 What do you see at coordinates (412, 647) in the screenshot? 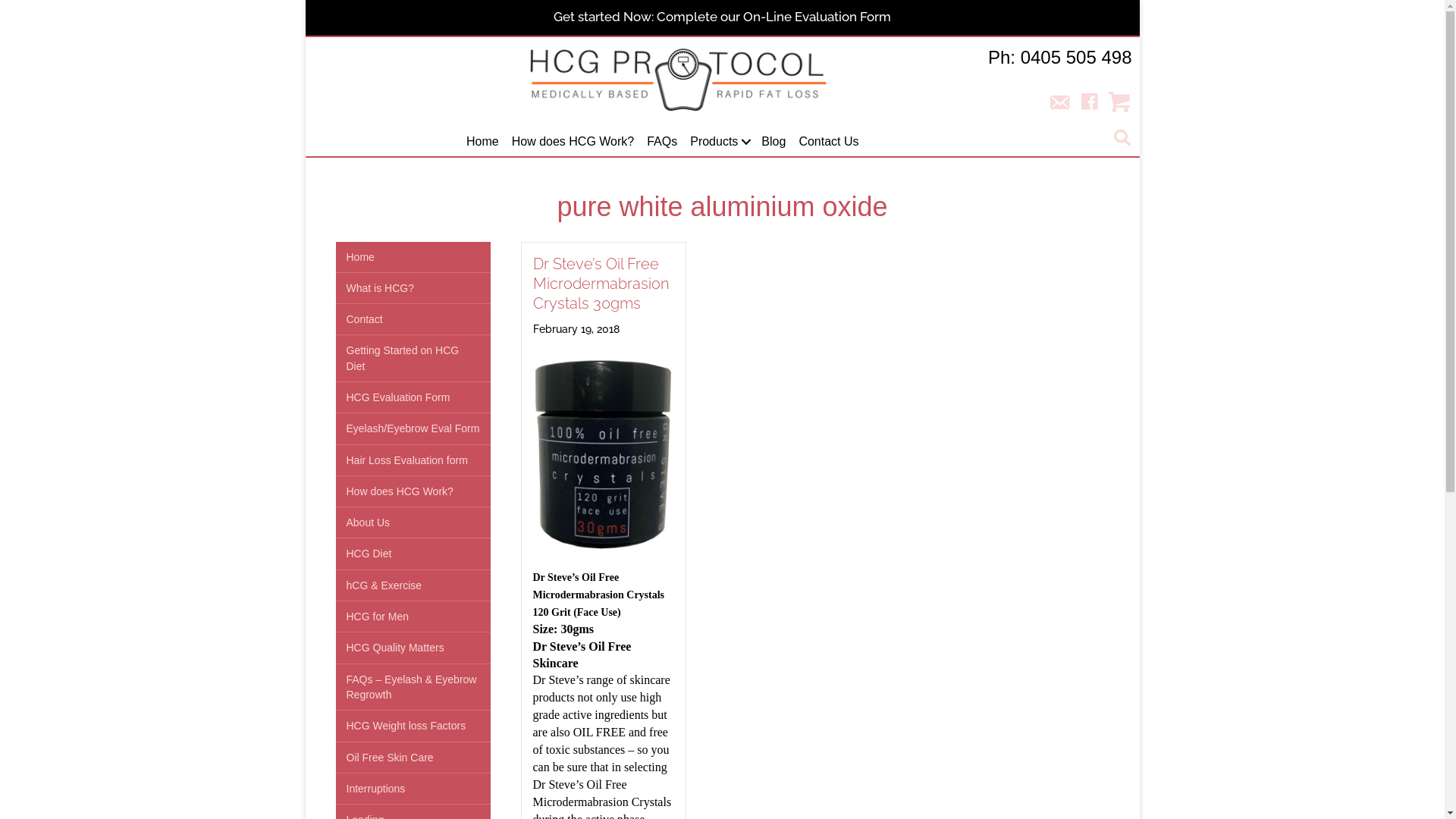
I see `'HCG Quality Matters'` at bounding box center [412, 647].